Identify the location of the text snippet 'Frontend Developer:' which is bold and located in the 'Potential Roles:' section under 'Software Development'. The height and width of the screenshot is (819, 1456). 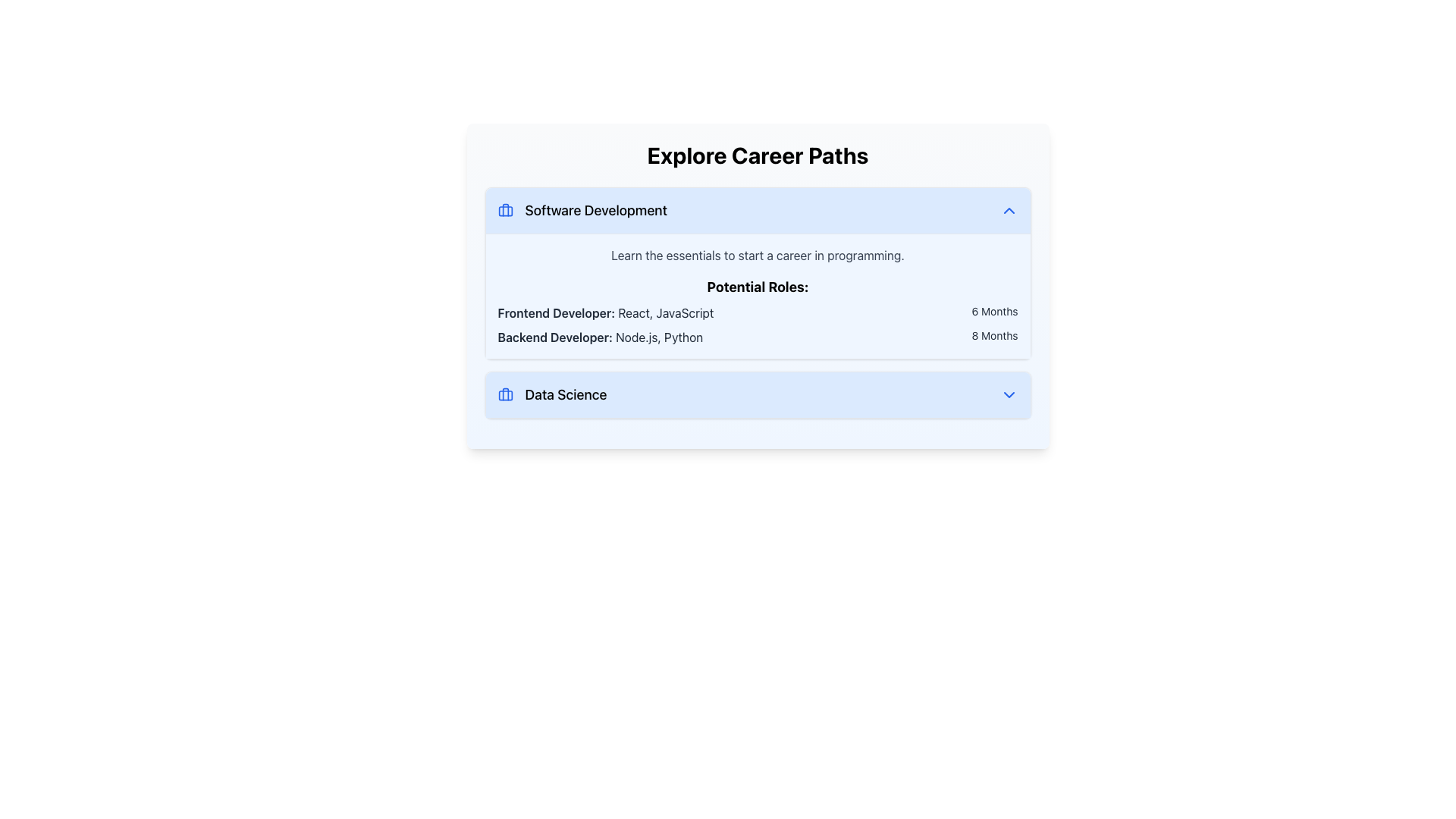
(555, 312).